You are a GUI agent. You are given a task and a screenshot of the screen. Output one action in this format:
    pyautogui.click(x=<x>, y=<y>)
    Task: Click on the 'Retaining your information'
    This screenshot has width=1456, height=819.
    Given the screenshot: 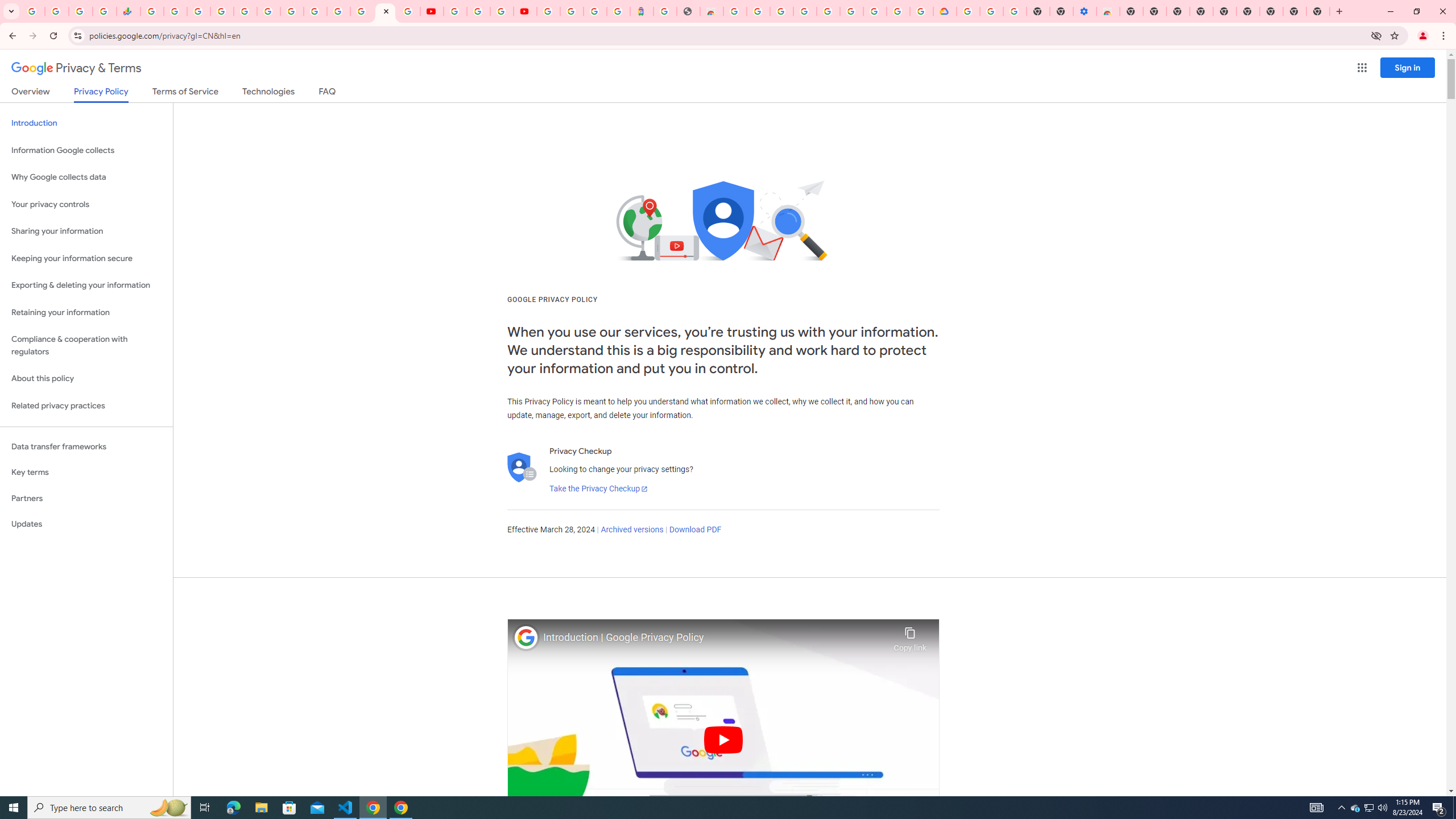 What is the action you would take?
    pyautogui.click(x=86, y=312)
    